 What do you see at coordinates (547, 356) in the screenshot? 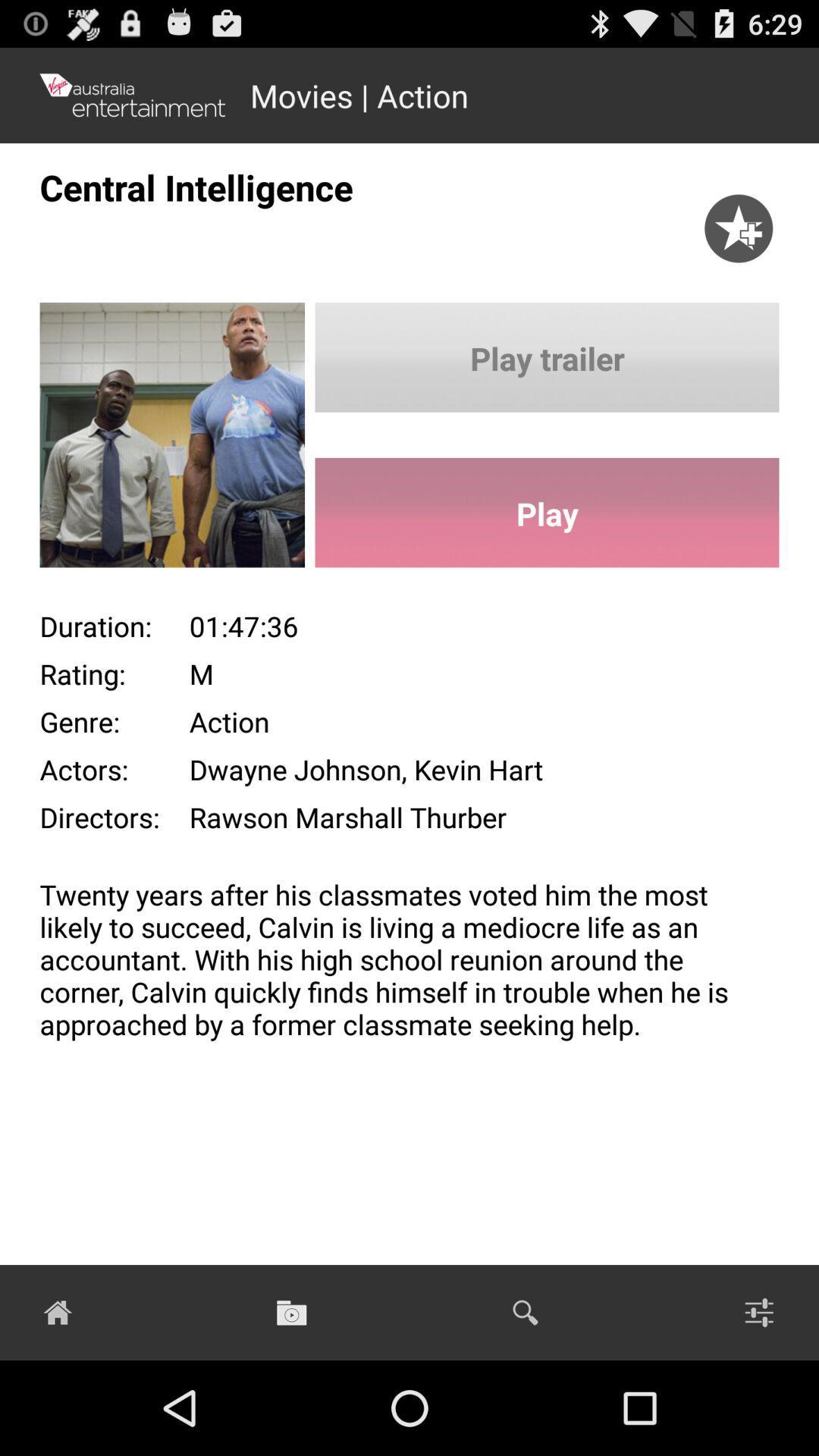
I see `play trailer icon` at bounding box center [547, 356].